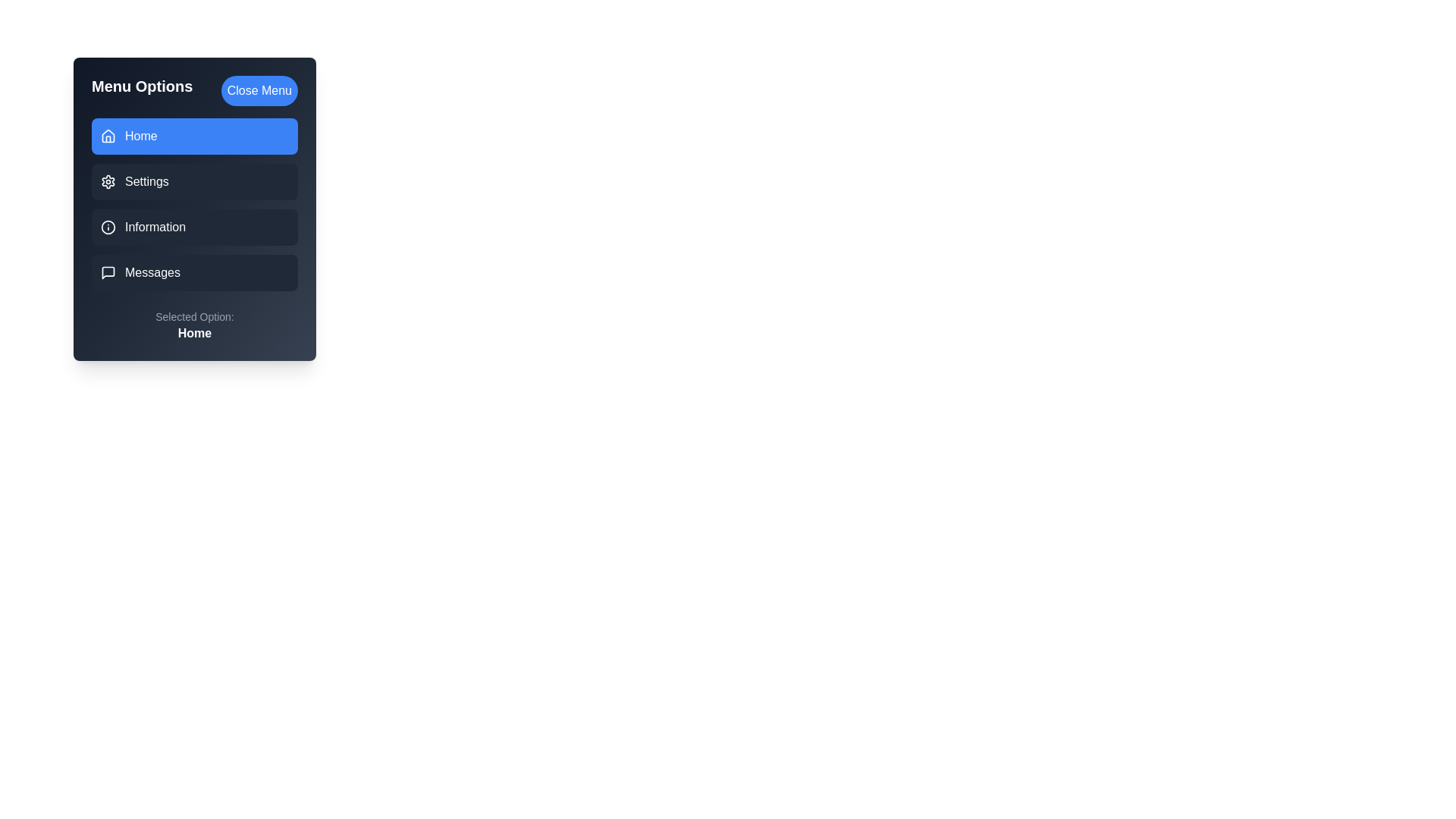  What do you see at coordinates (108, 180) in the screenshot?
I see `the gear-shaped settings icon located in the left vertical menu, specifically in the second position from the top within the list of navigation options` at bounding box center [108, 180].